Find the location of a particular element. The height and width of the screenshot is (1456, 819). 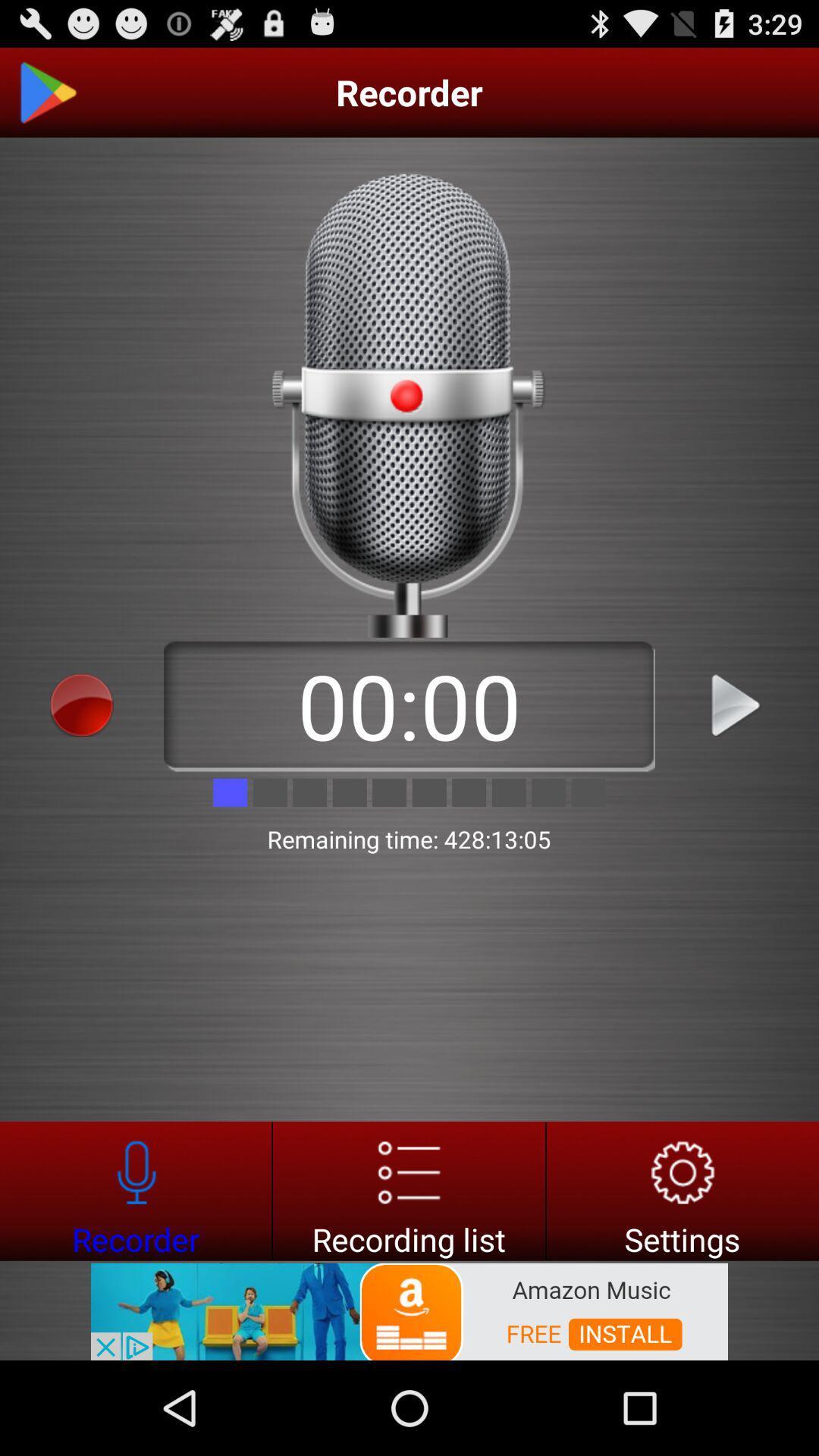

switch autoplay option is located at coordinates (46, 92).